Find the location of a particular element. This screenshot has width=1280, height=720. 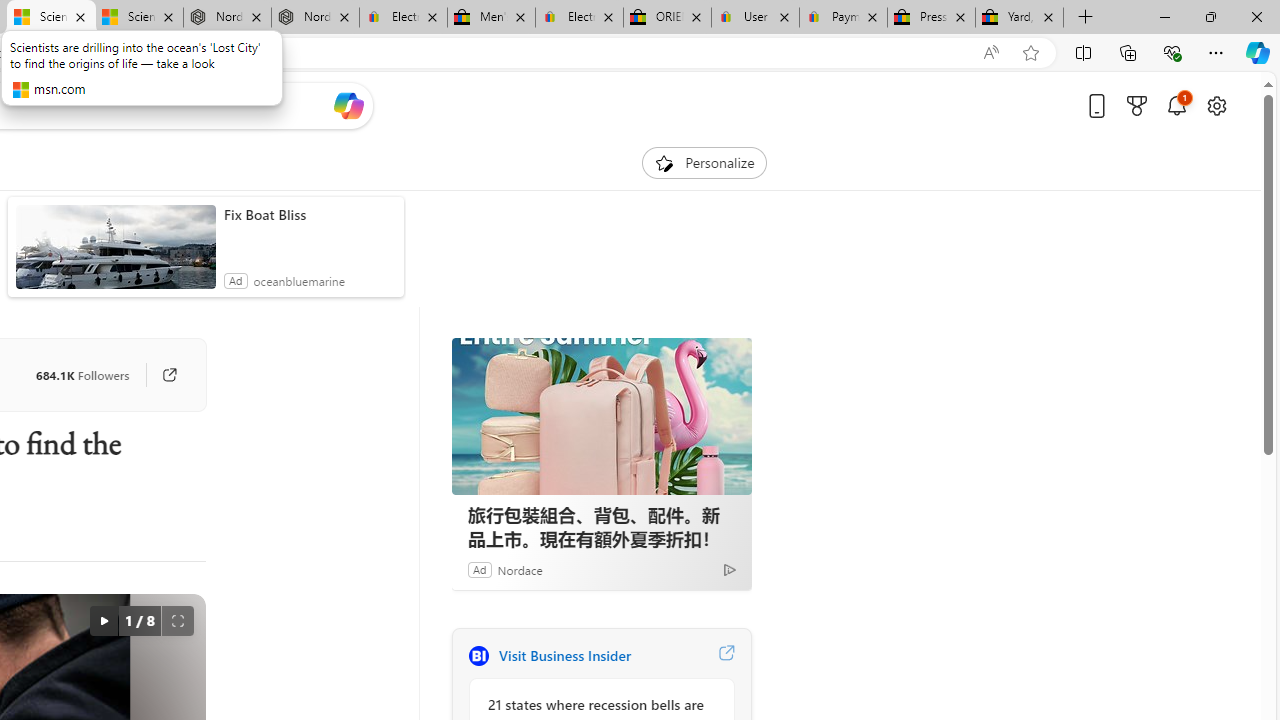

'anim-content' is located at coordinates (114, 254).